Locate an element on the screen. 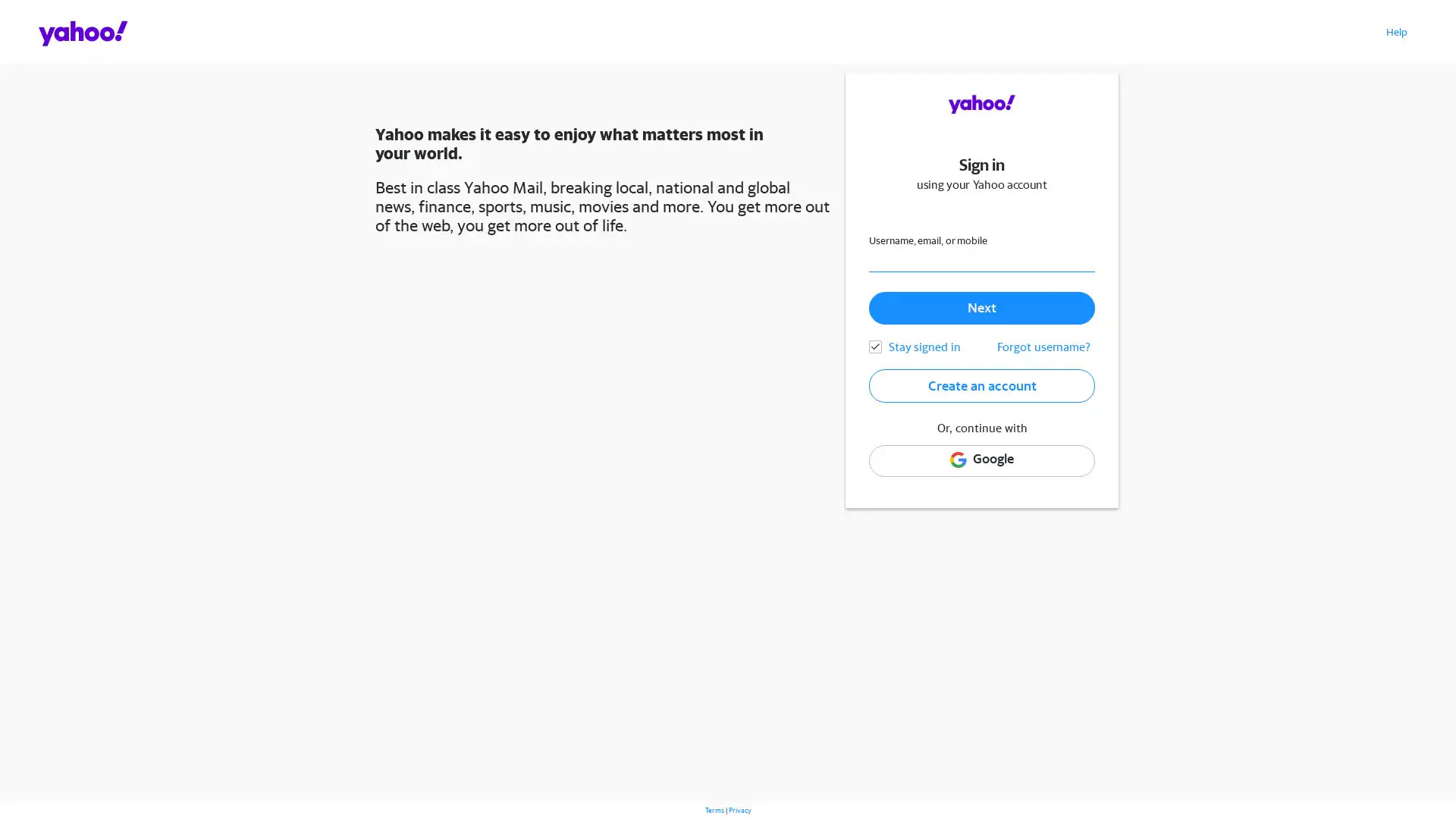 The width and height of the screenshot is (1456, 819). Google is located at coordinates (981, 460).